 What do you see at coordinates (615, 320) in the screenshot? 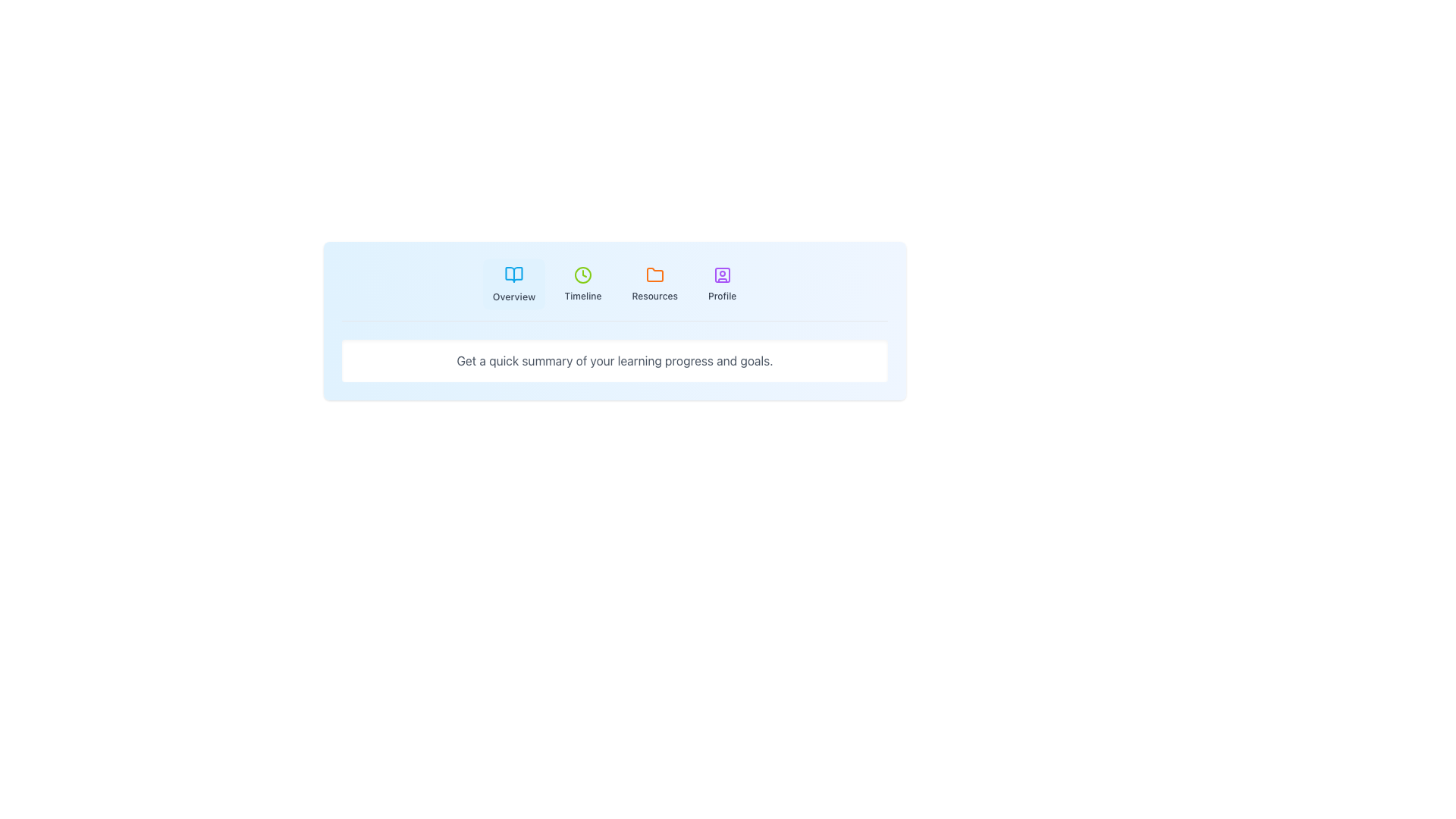
I see `the Informational Section that provides an overview of the user's learning progress and goals, located centrally below the menu options and above the content area` at bounding box center [615, 320].